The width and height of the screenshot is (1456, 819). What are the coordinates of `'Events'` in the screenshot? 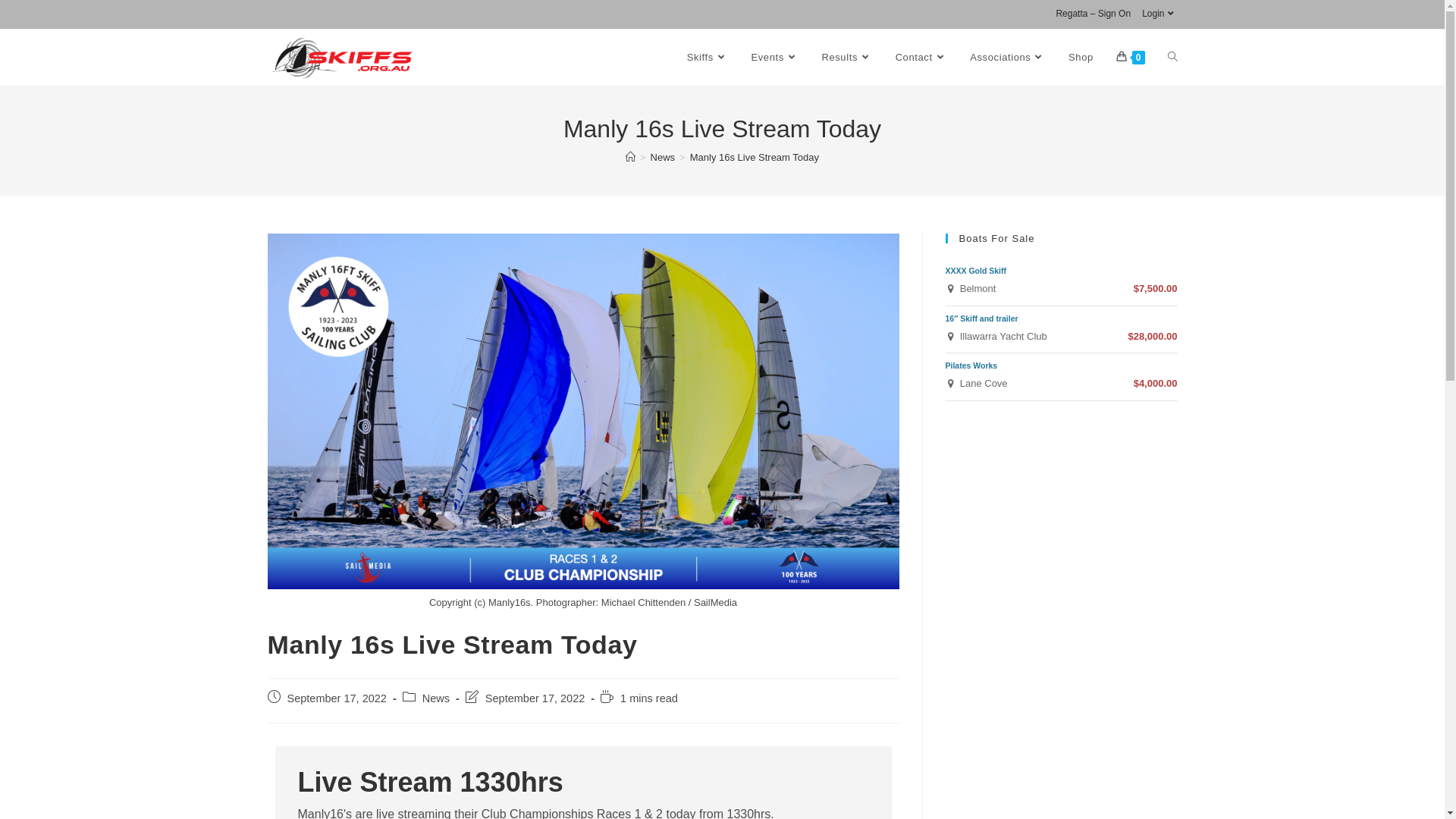 It's located at (775, 57).